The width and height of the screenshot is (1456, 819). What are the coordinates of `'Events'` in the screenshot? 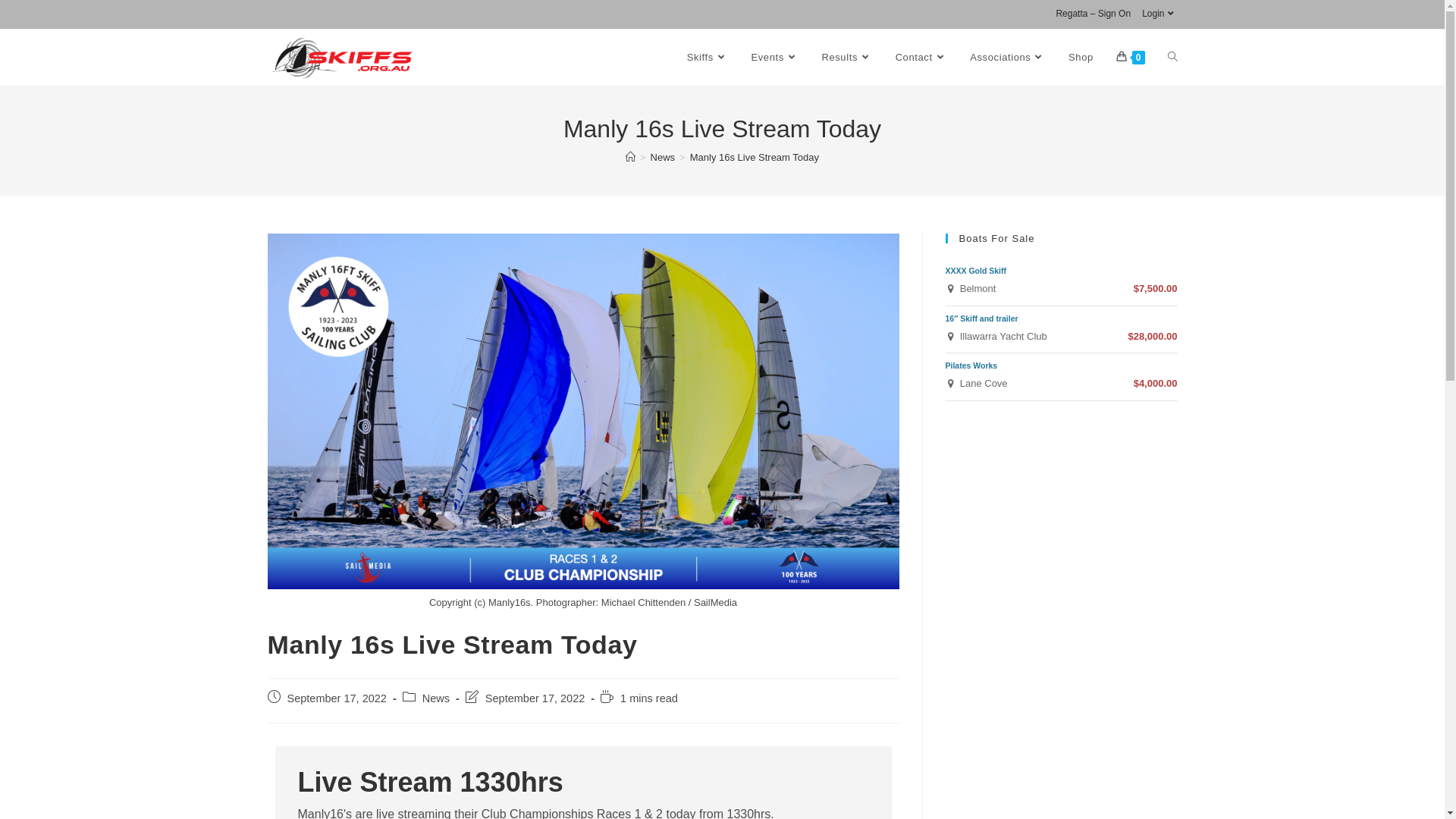 It's located at (775, 57).